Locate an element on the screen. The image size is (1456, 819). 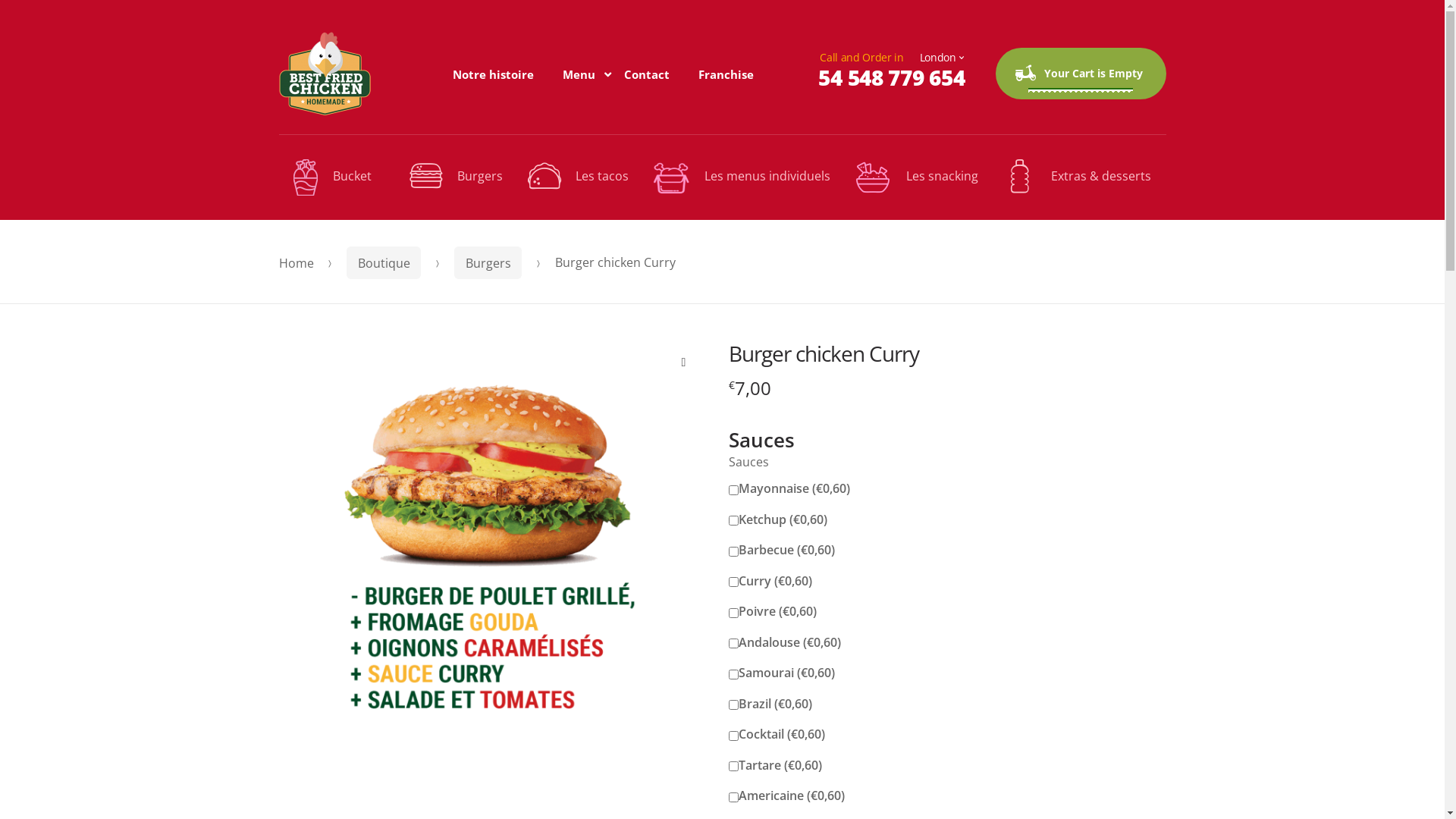
'Contact' is located at coordinates (647, 73).